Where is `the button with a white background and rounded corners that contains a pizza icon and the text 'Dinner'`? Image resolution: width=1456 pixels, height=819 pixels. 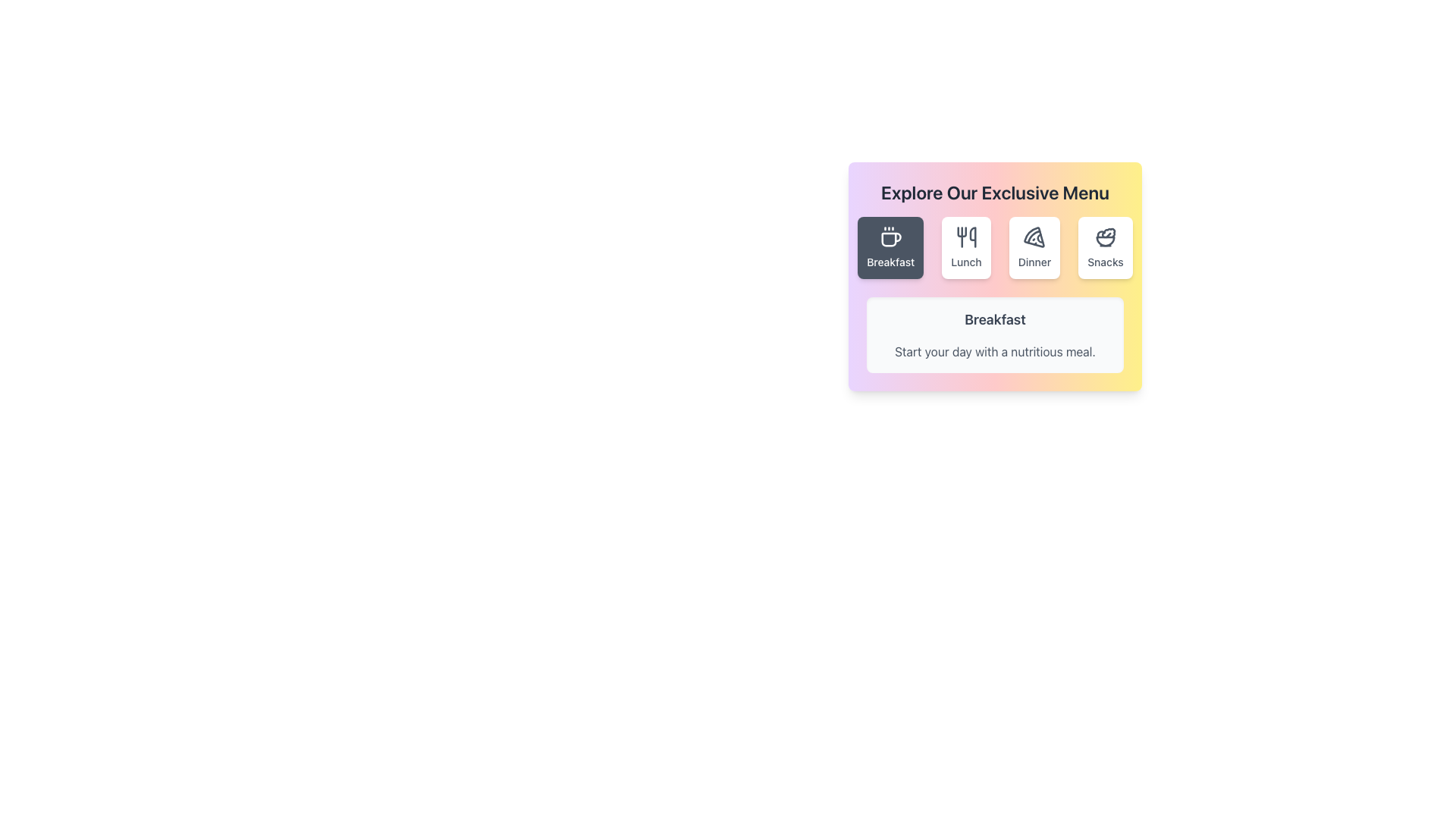 the button with a white background and rounded corners that contains a pizza icon and the text 'Dinner' is located at coordinates (1033, 247).